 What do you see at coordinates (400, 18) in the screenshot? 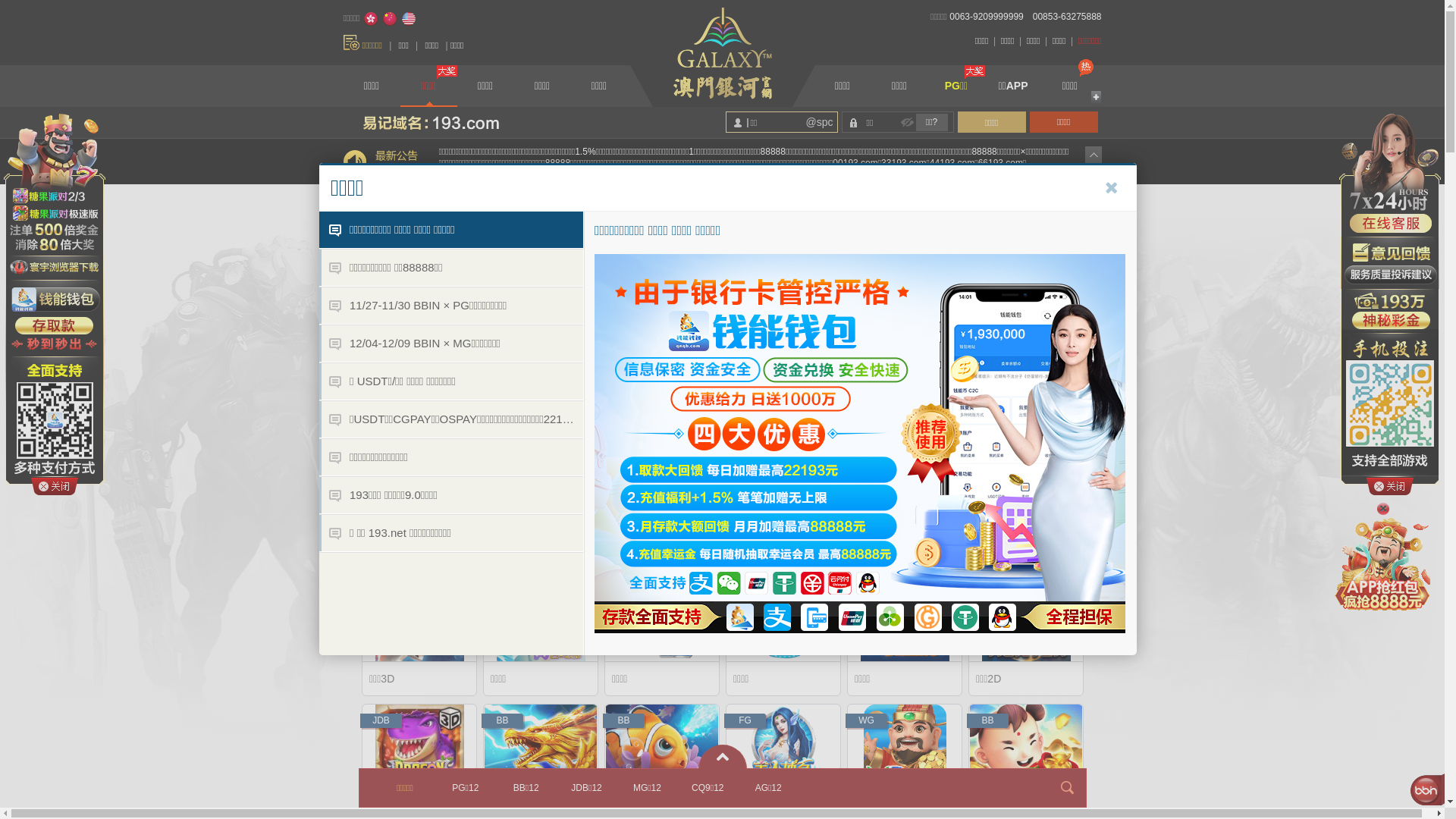
I see `'English'` at bounding box center [400, 18].